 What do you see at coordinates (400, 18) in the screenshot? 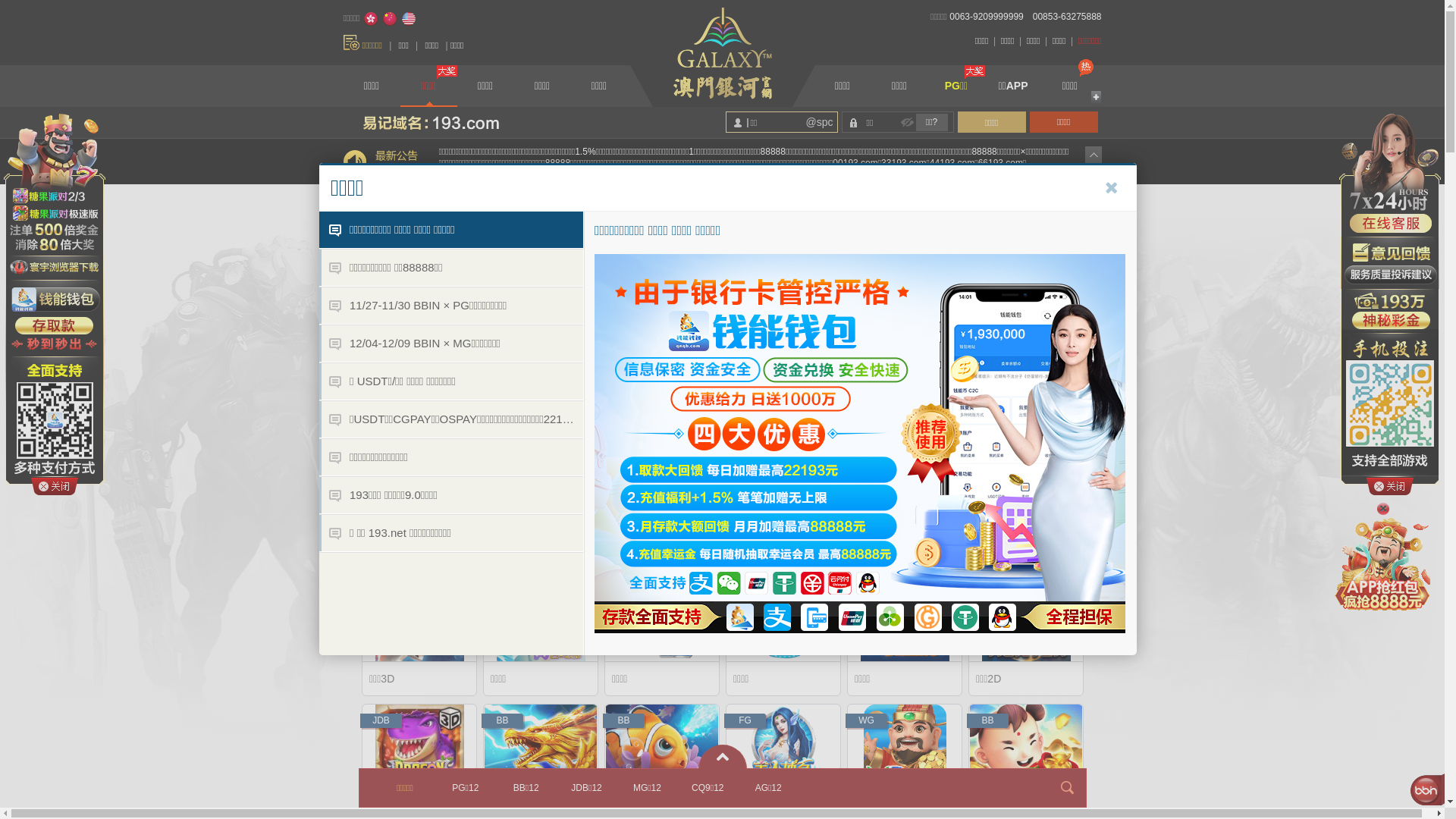
I see `'English'` at bounding box center [400, 18].